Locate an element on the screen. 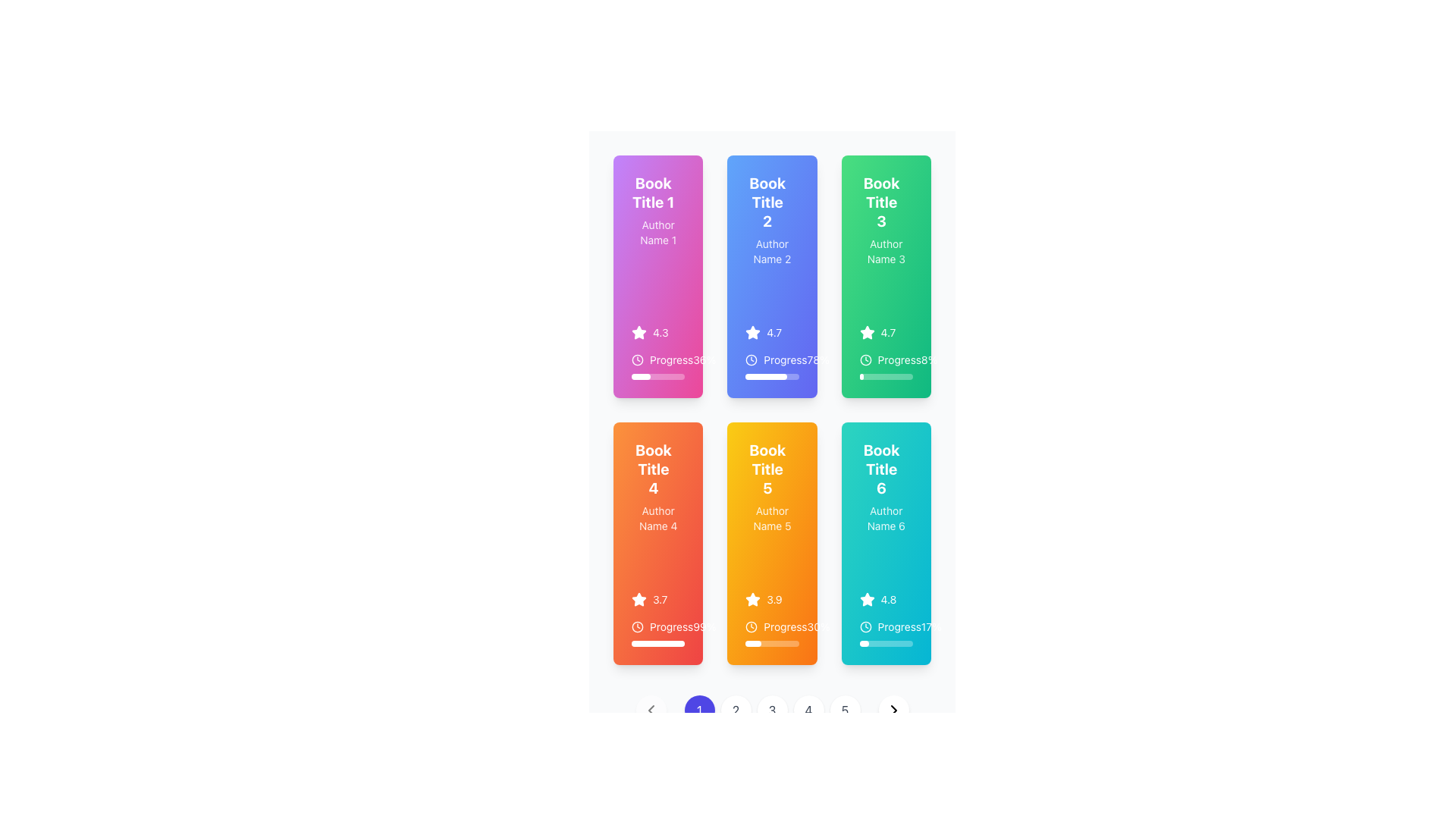 This screenshot has width=1456, height=819. the progress bar within the orange card labeled 'Book Title 5' is located at coordinates (753, 643).